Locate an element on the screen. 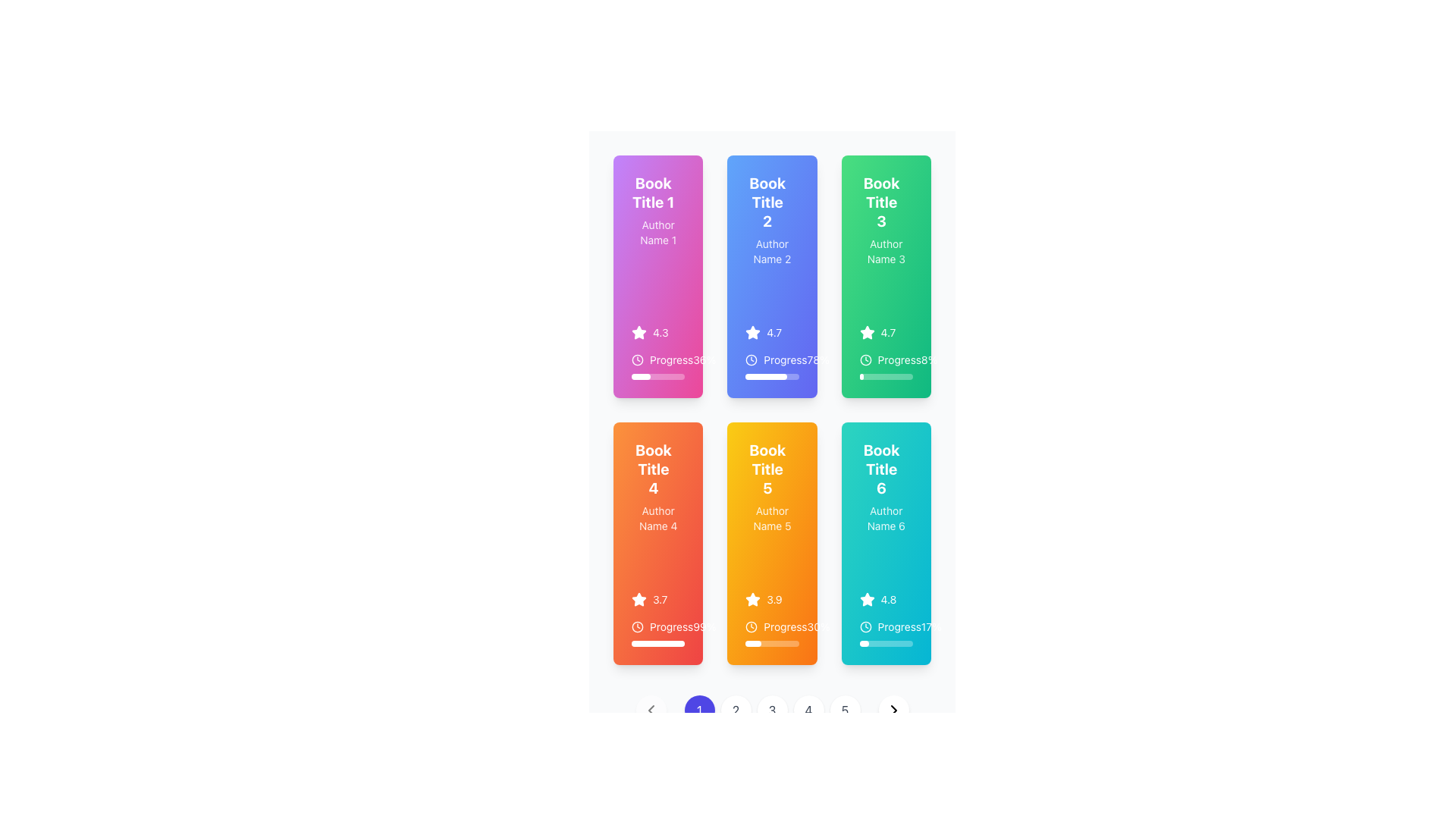 This screenshot has width=1456, height=819. the progress bar within the orange card labeled 'Book Title 5' is located at coordinates (753, 643).